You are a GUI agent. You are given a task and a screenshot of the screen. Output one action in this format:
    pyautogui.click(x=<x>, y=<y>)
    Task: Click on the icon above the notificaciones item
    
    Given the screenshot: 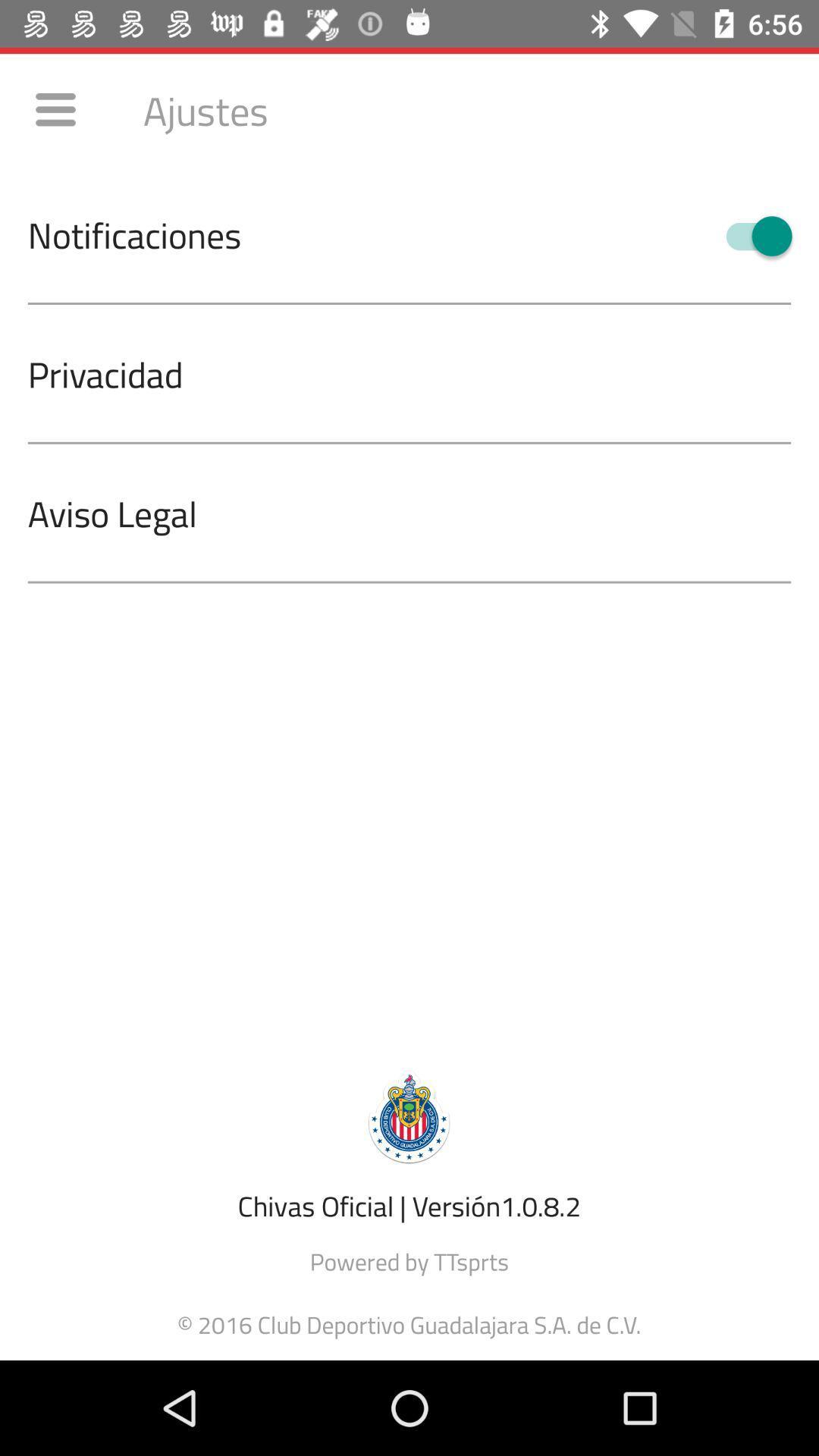 What is the action you would take?
    pyautogui.click(x=55, y=108)
    